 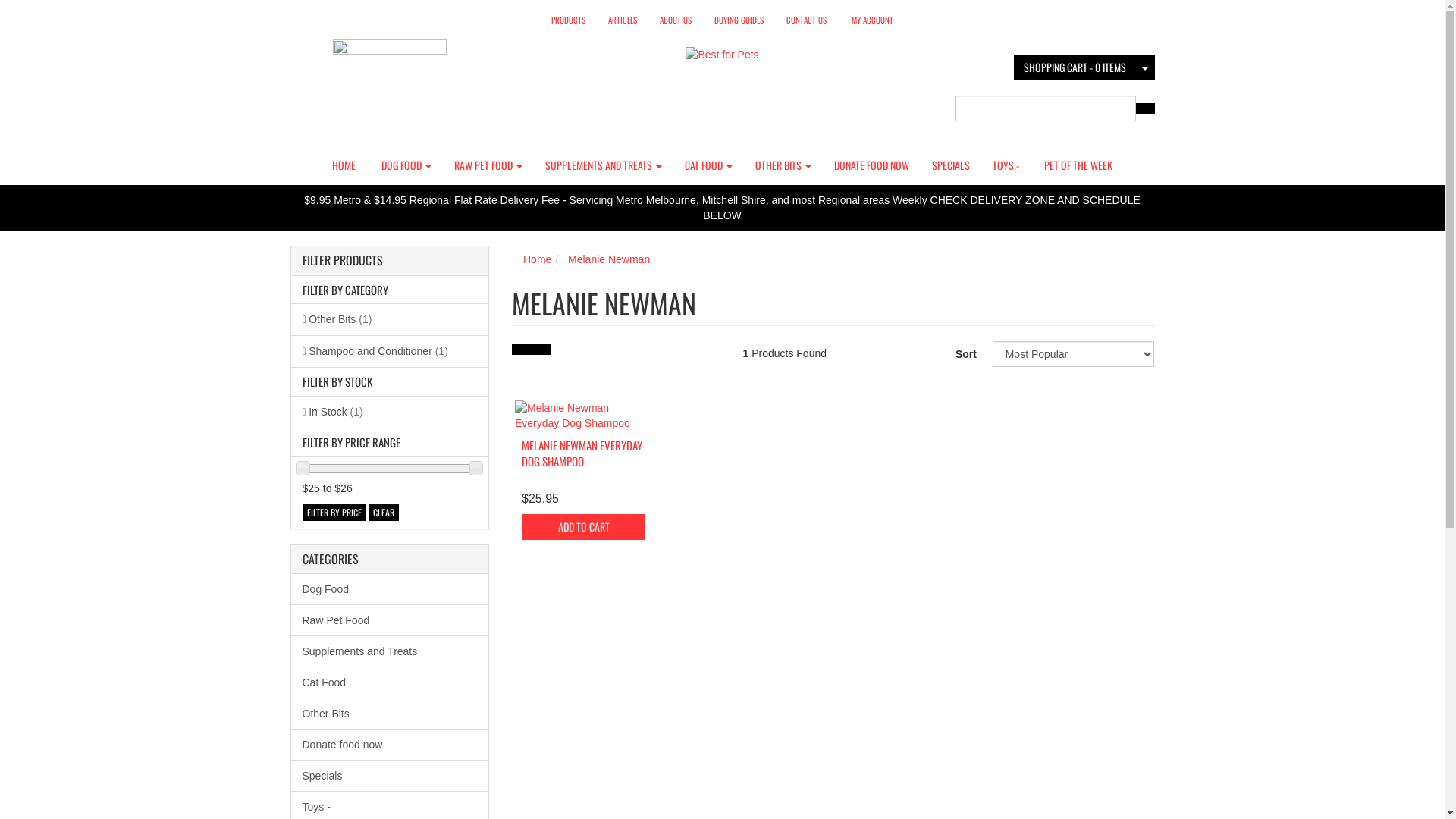 What do you see at coordinates (383, 512) in the screenshot?
I see `'CLEAR'` at bounding box center [383, 512].